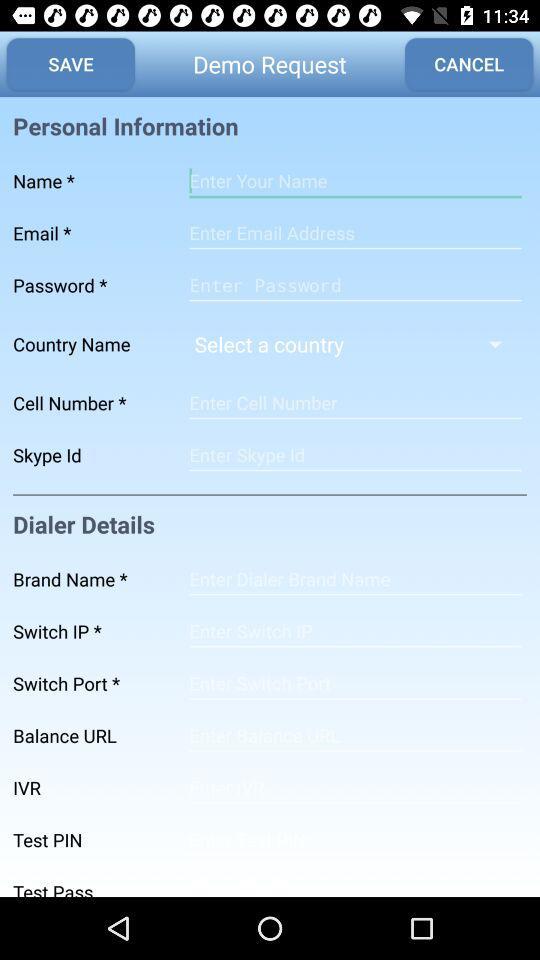 Image resolution: width=540 pixels, height=960 pixels. What do you see at coordinates (354, 579) in the screenshot?
I see `brand name` at bounding box center [354, 579].